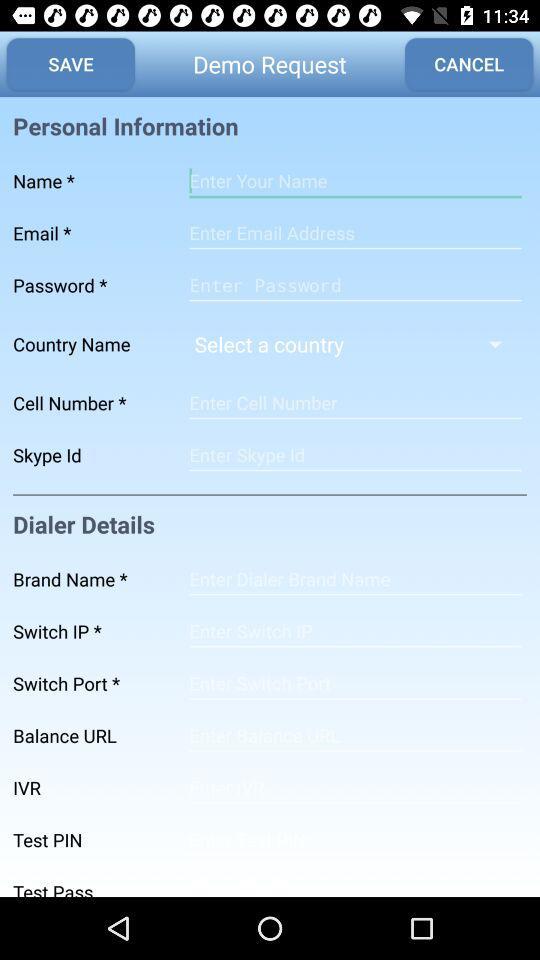 Image resolution: width=540 pixels, height=960 pixels. What do you see at coordinates (354, 579) in the screenshot?
I see `brand name` at bounding box center [354, 579].